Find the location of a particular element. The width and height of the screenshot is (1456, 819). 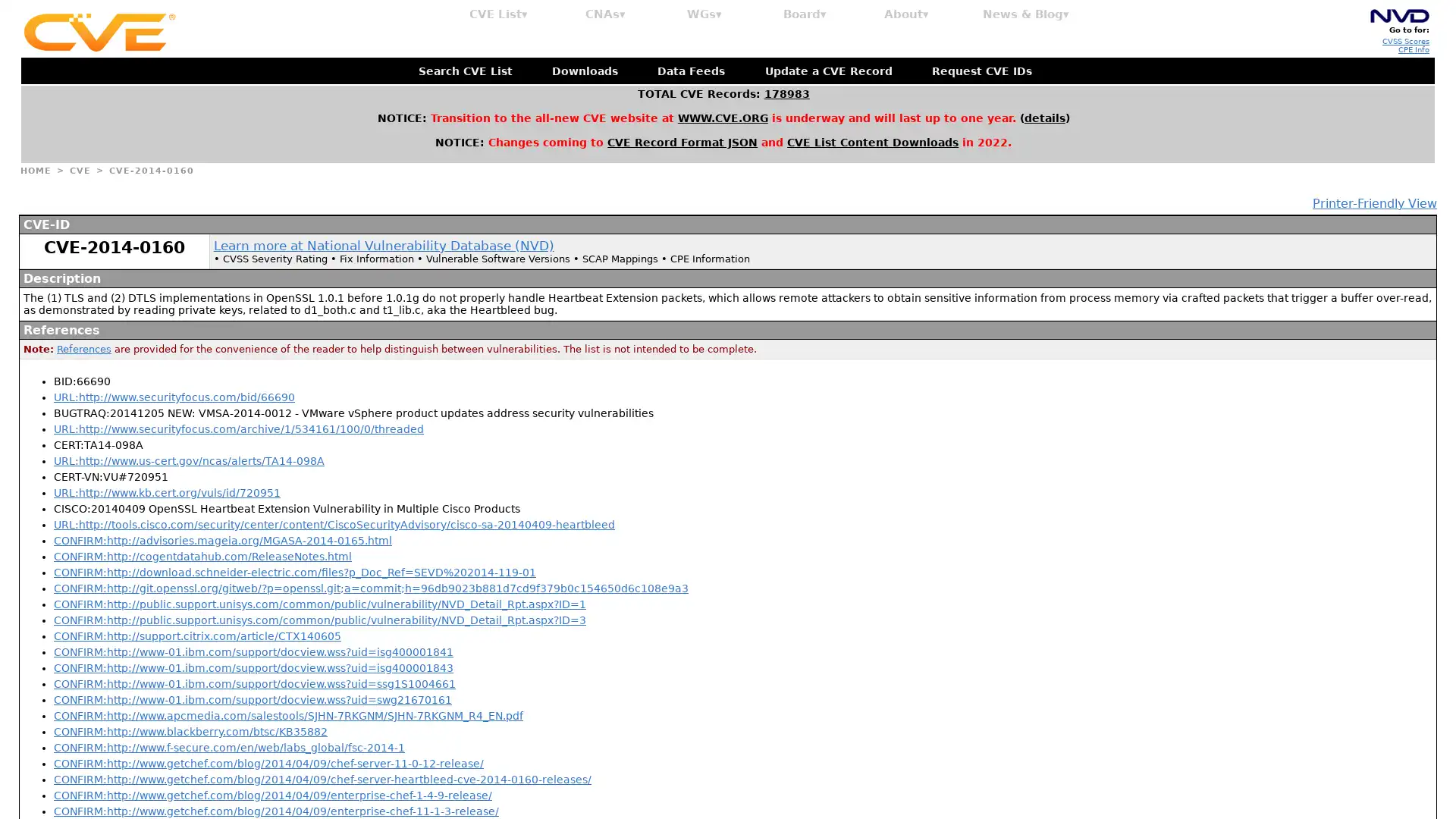

CVE List is located at coordinates (498, 14).